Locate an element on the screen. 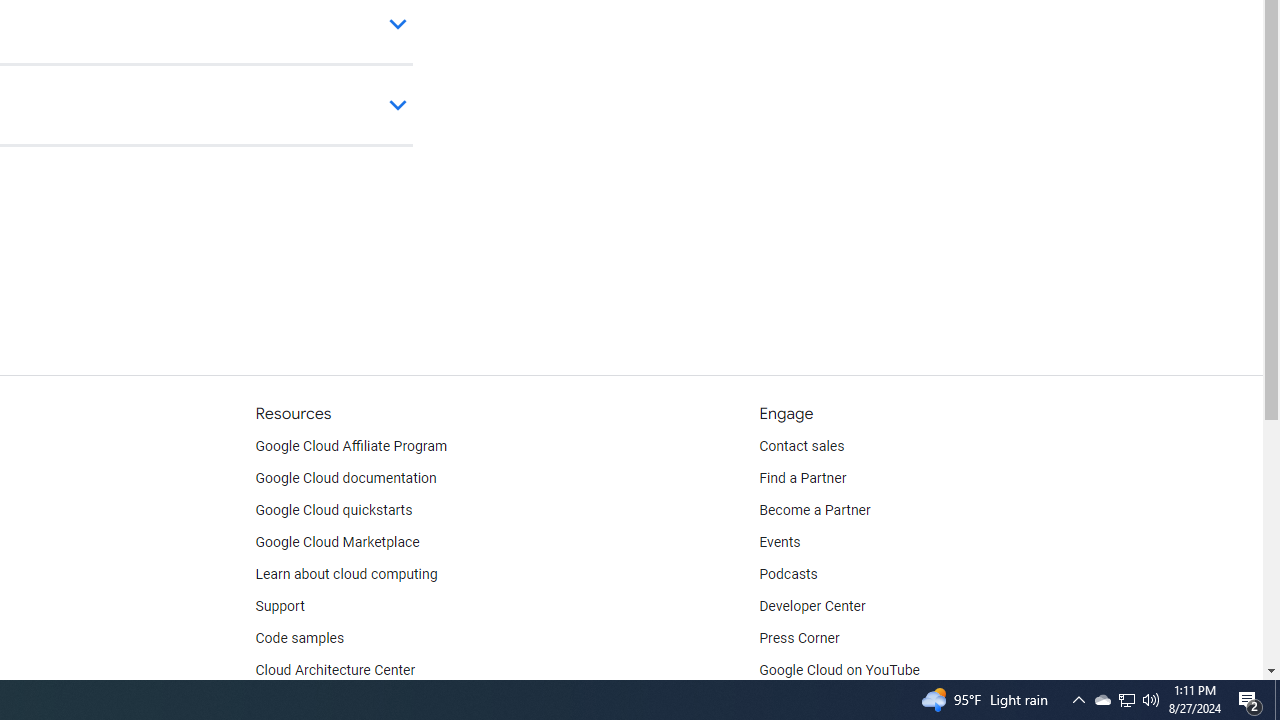  'Google Cloud Marketplace' is located at coordinates (337, 542).